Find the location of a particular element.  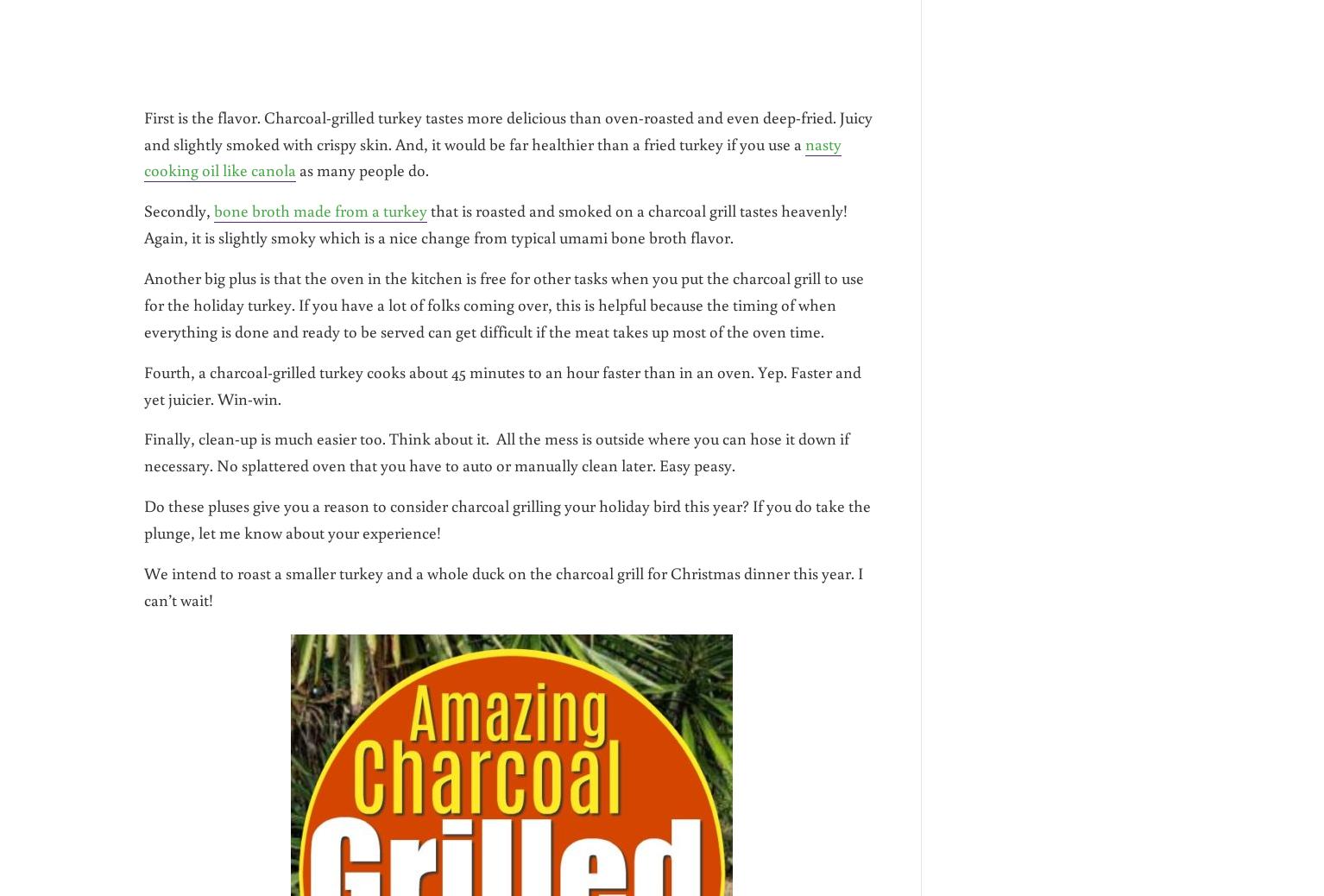

'that is roasted and smoked on a charcoal grill tastes heavenly! Again, it is slightly smoky which is a nice change from typical umami bone broth flavor.' is located at coordinates (143, 222).